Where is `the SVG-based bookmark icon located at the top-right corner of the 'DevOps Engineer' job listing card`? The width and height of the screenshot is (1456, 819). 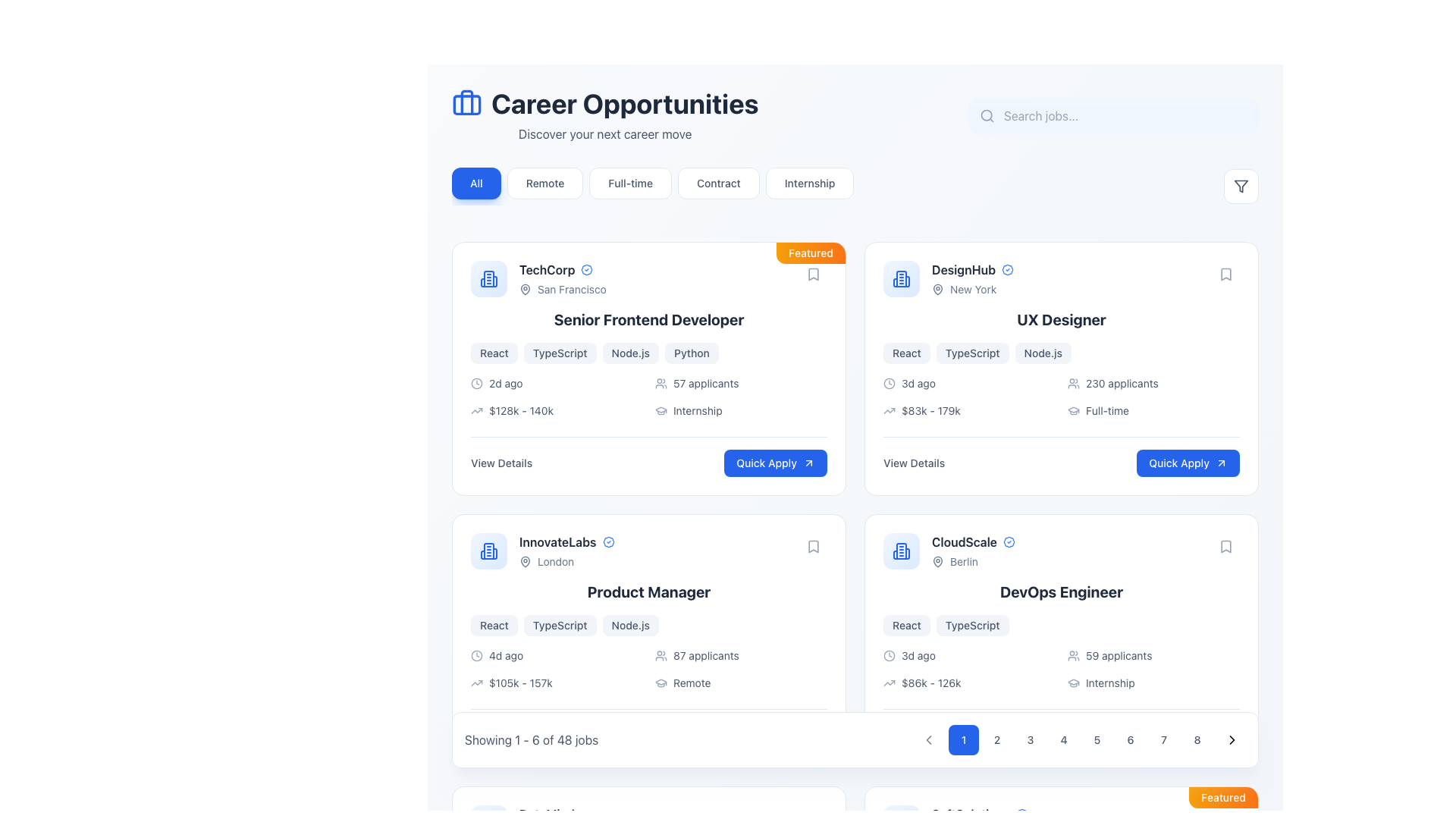 the SVG-based bookmark icon located at the top-right corner of the 'DevOps Engineer' job listing card is located at coordinates (1226, 547).